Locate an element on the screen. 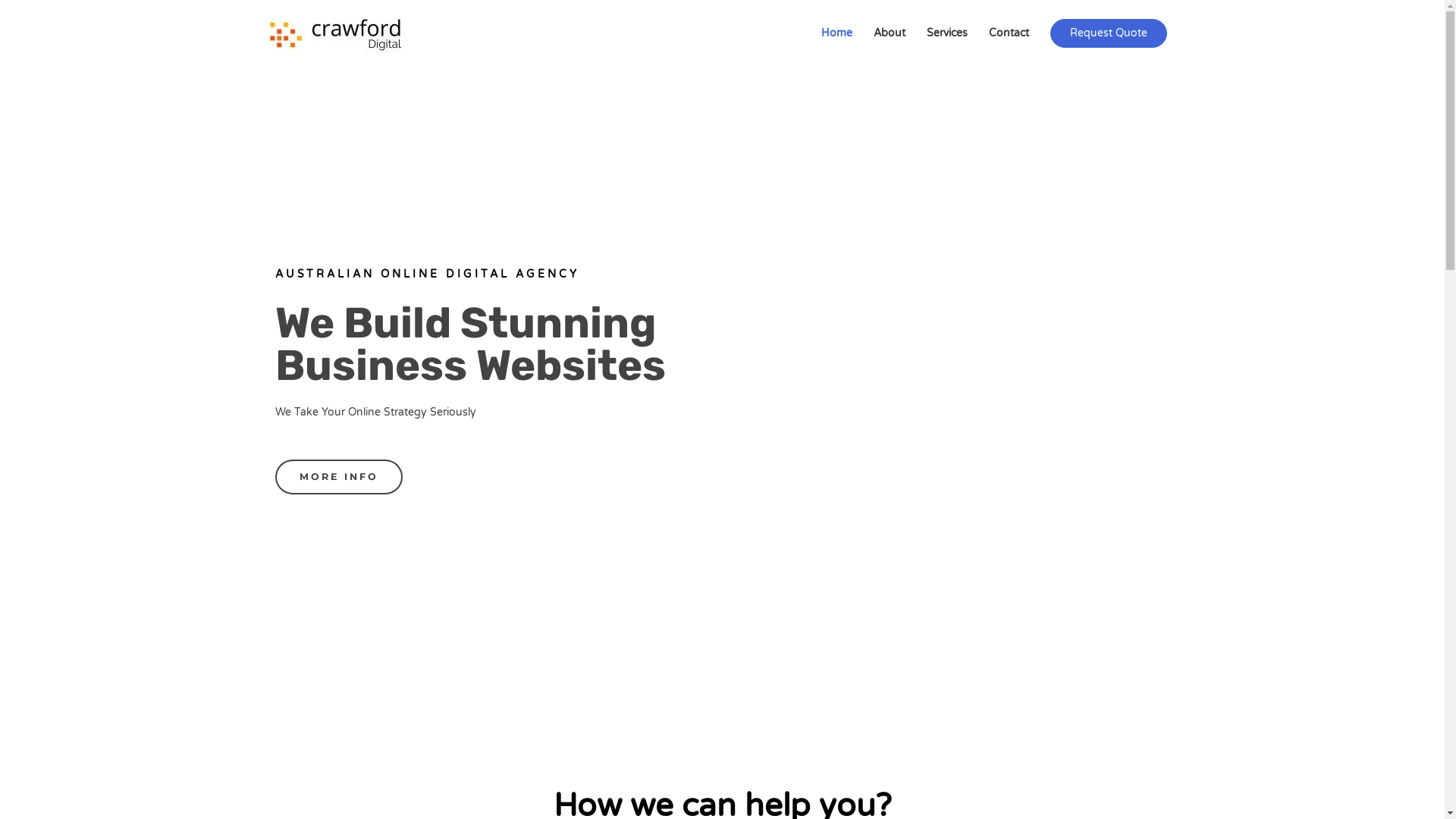  'Contact' is located at coordinates (1009, 33).